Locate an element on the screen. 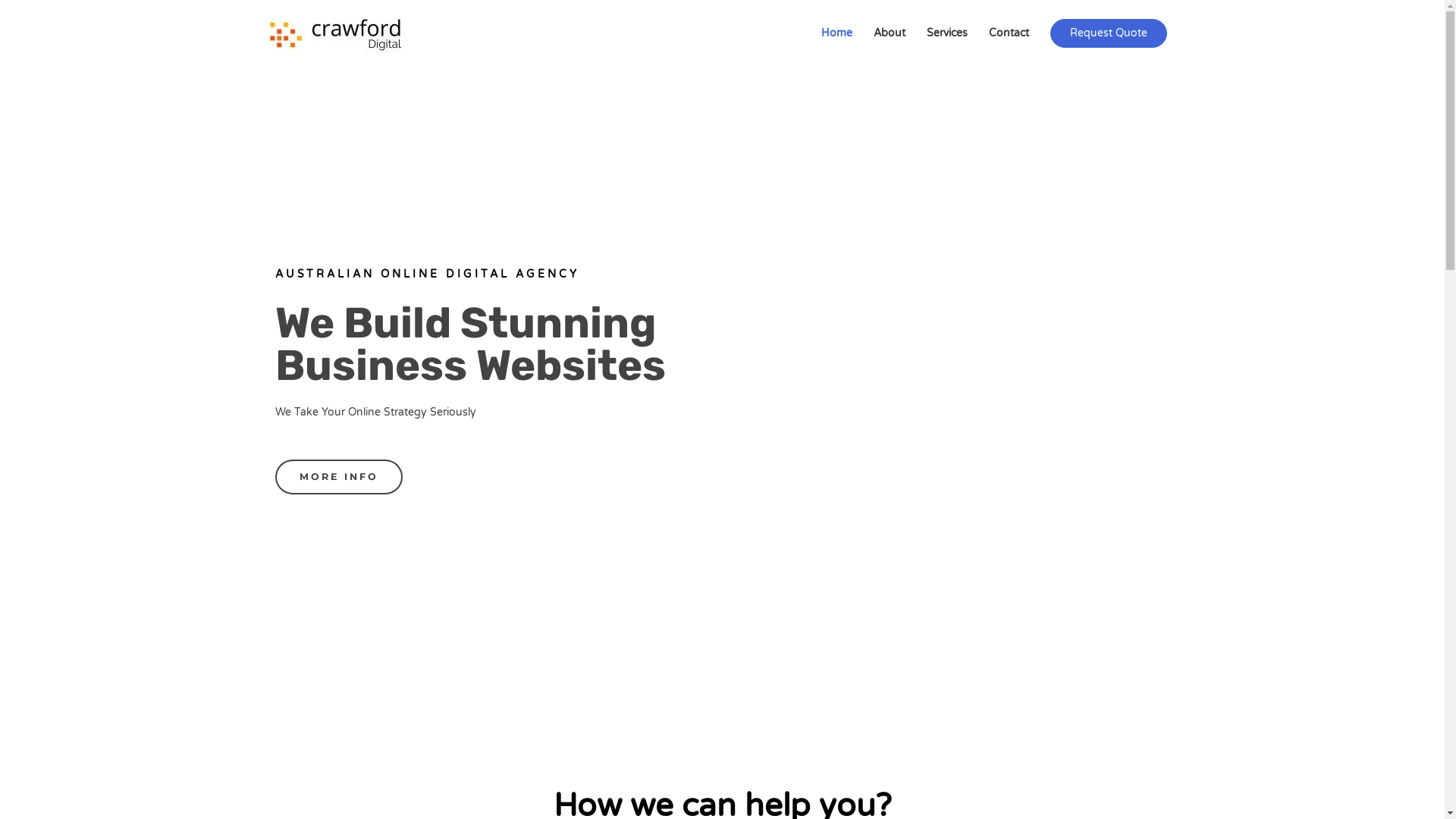  'Contact' is located at coordinates (1009, 33).